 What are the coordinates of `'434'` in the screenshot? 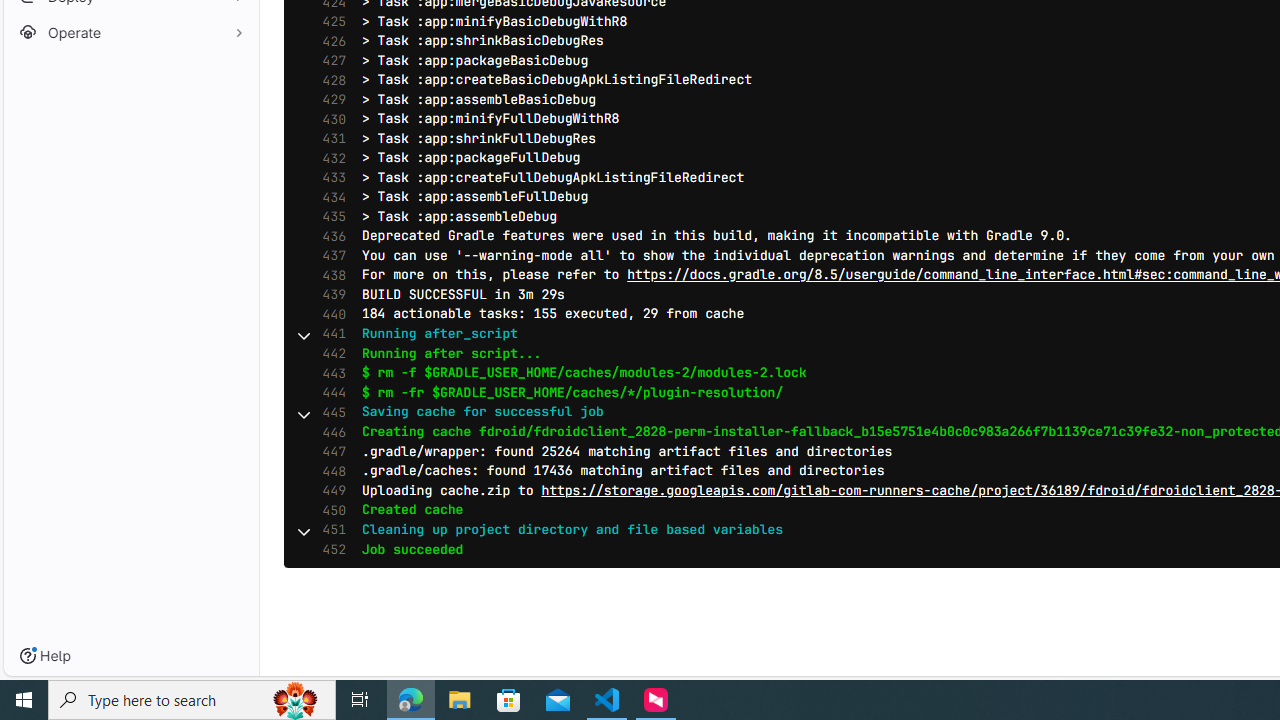 It's located at (329, 197).